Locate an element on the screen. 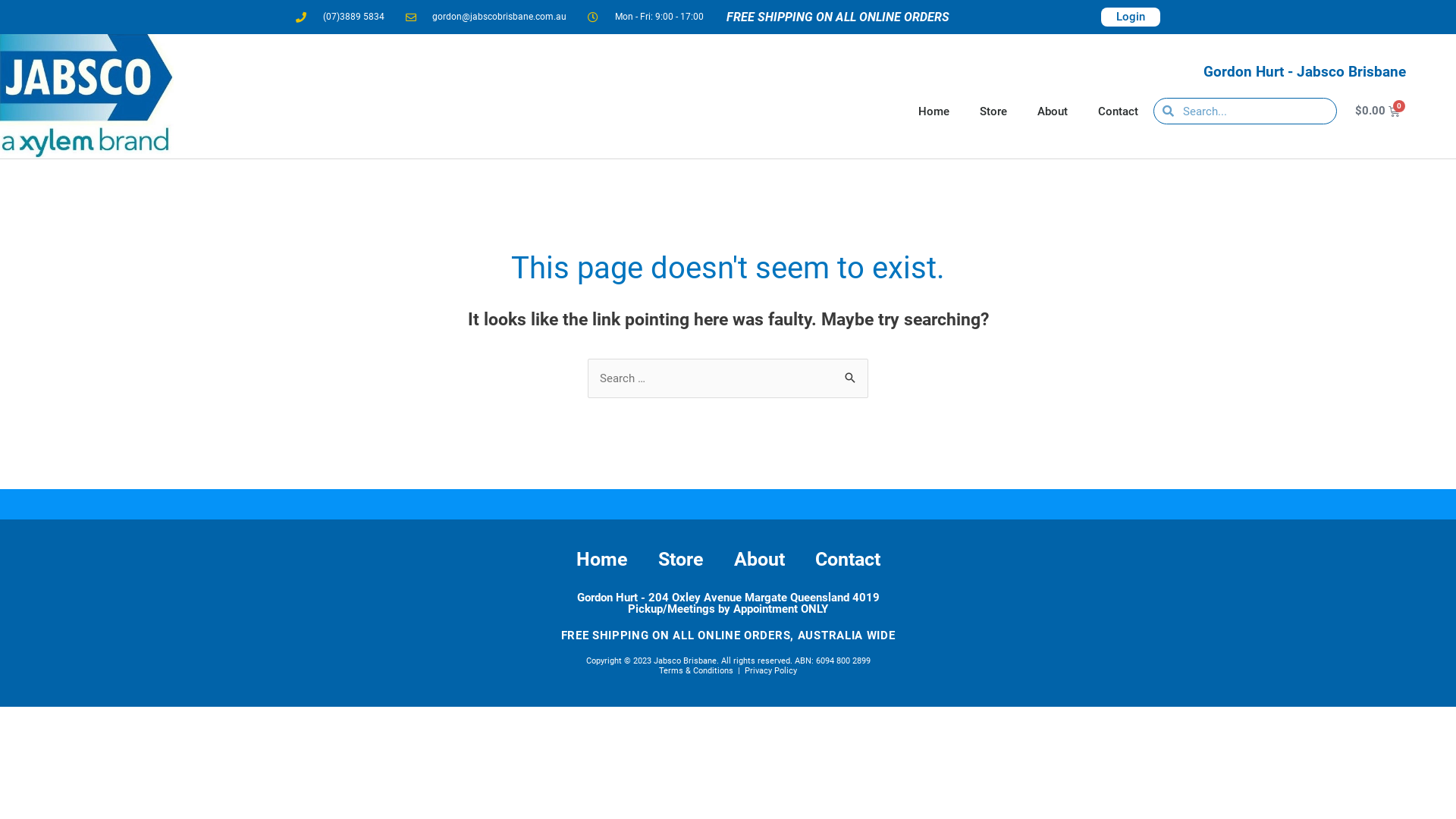 This screenshot has width=1456, height=819. 'Store' is located at coordinates (679, 559).